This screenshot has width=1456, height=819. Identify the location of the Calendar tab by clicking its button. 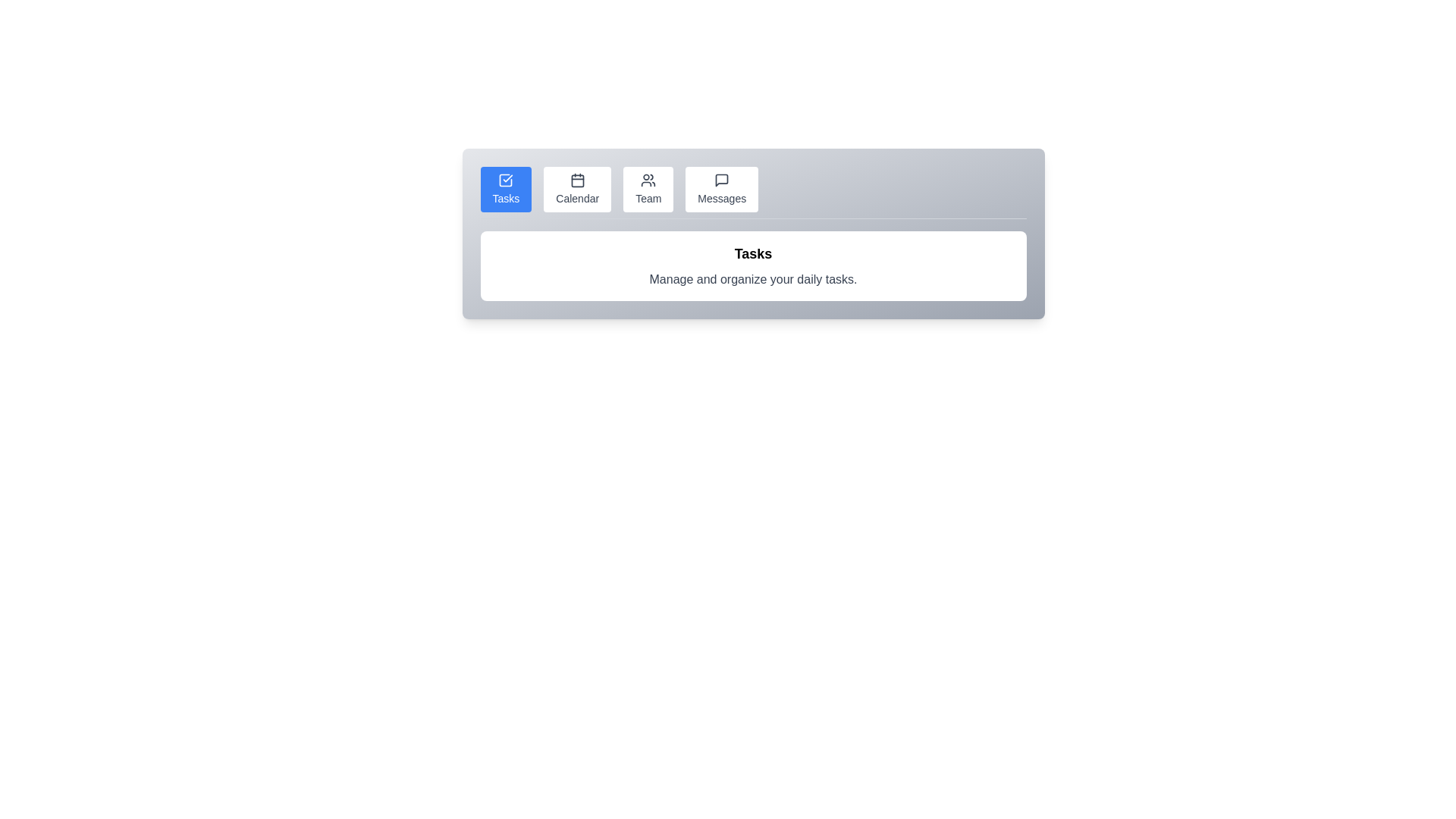
(576, 189).